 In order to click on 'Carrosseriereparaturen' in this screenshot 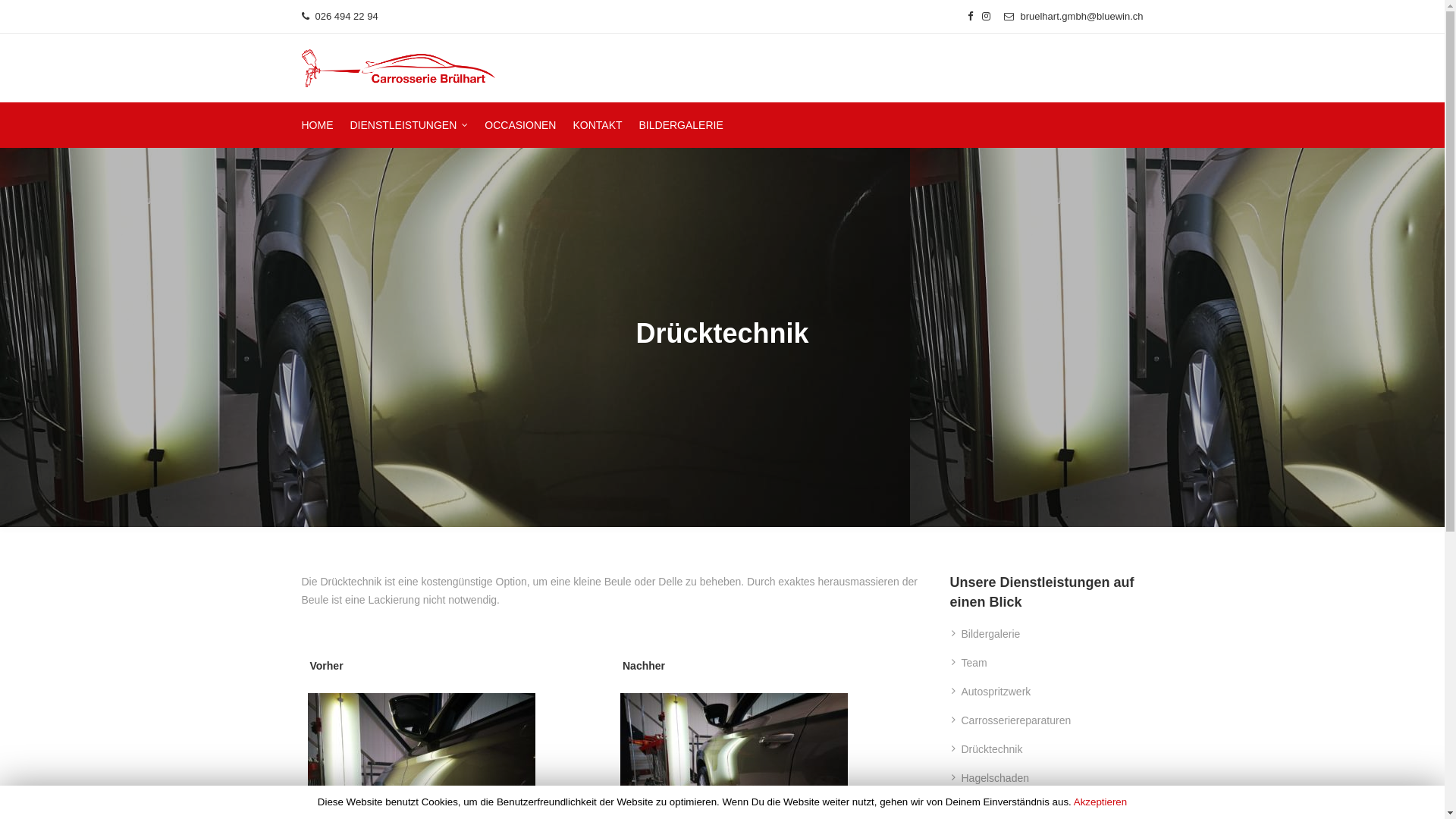, I will do `click(960, 719)`.